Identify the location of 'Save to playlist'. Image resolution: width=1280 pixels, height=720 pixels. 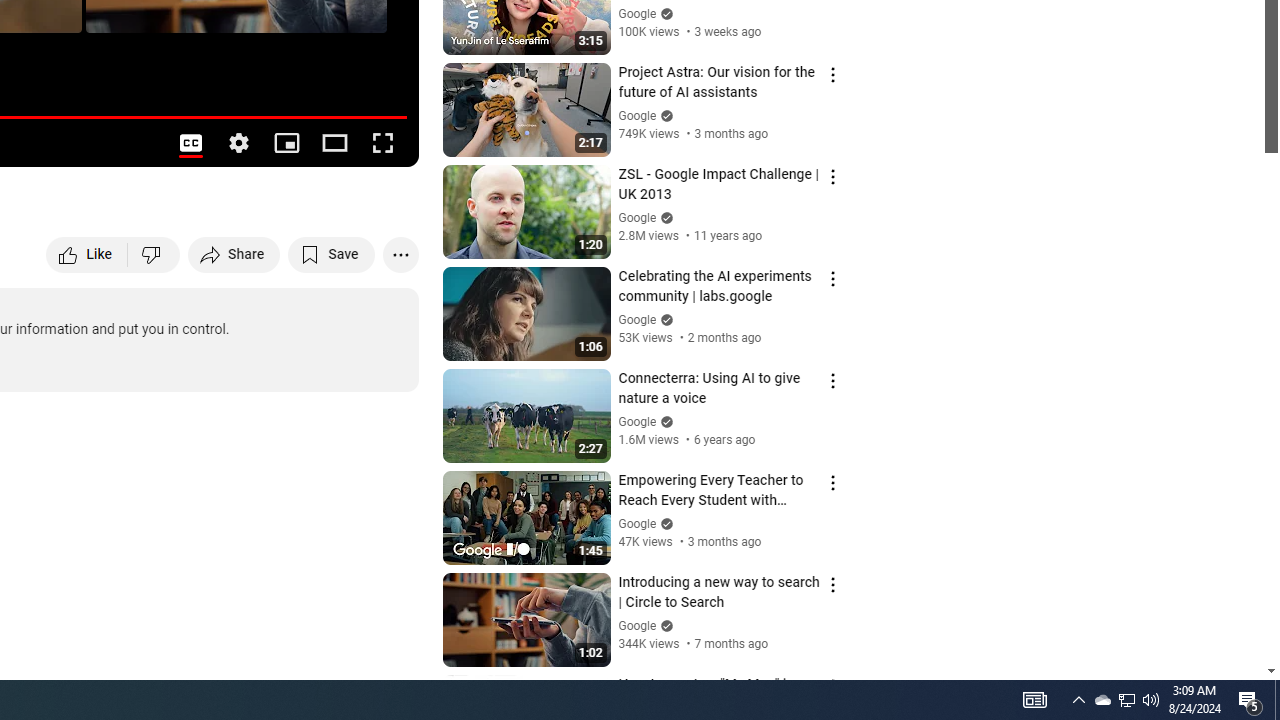
(331, 253).